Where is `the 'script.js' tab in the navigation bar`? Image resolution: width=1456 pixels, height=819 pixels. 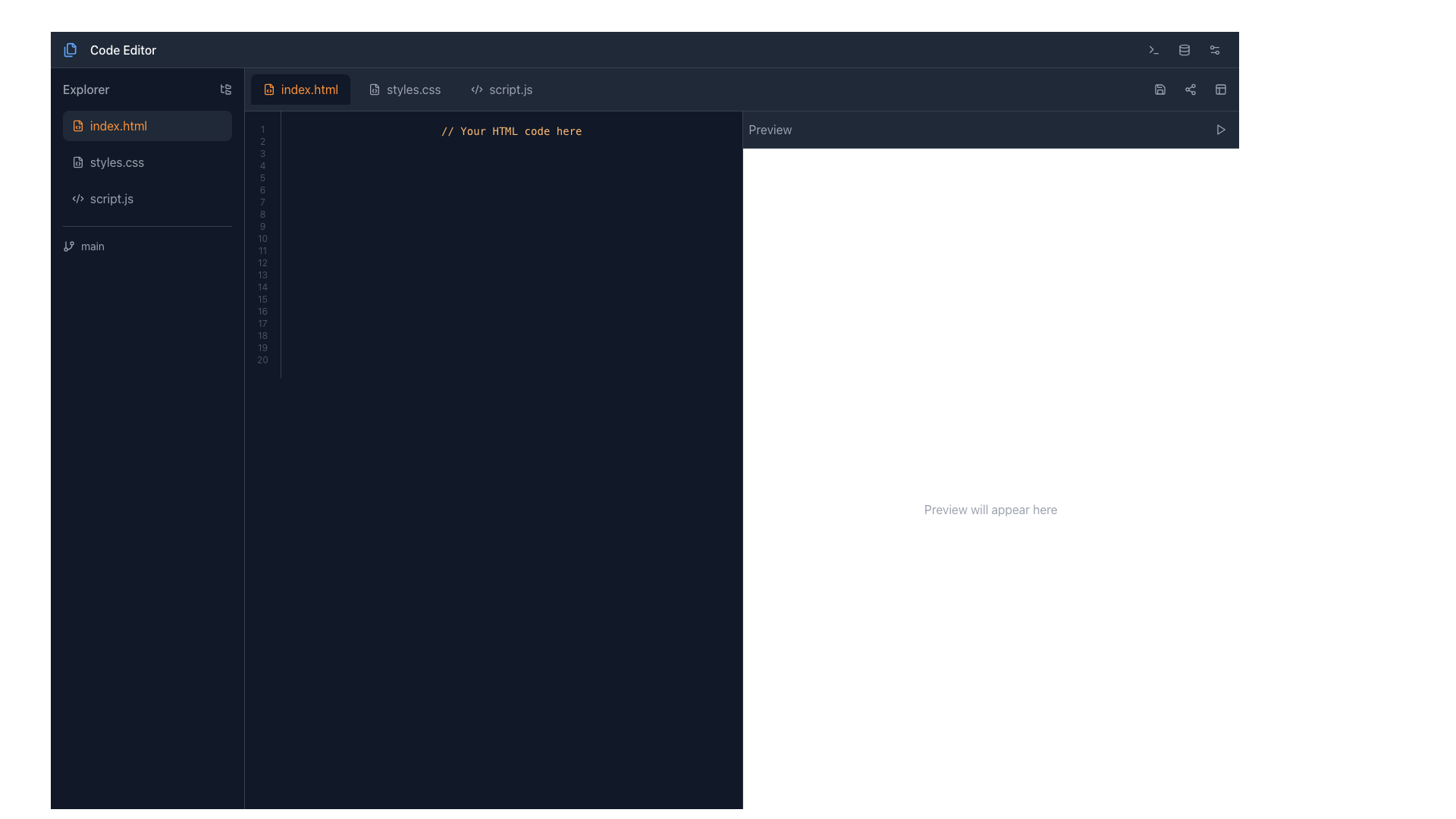
the 'script.js' tab in the navigation bar is located at coordinates (502, 89).